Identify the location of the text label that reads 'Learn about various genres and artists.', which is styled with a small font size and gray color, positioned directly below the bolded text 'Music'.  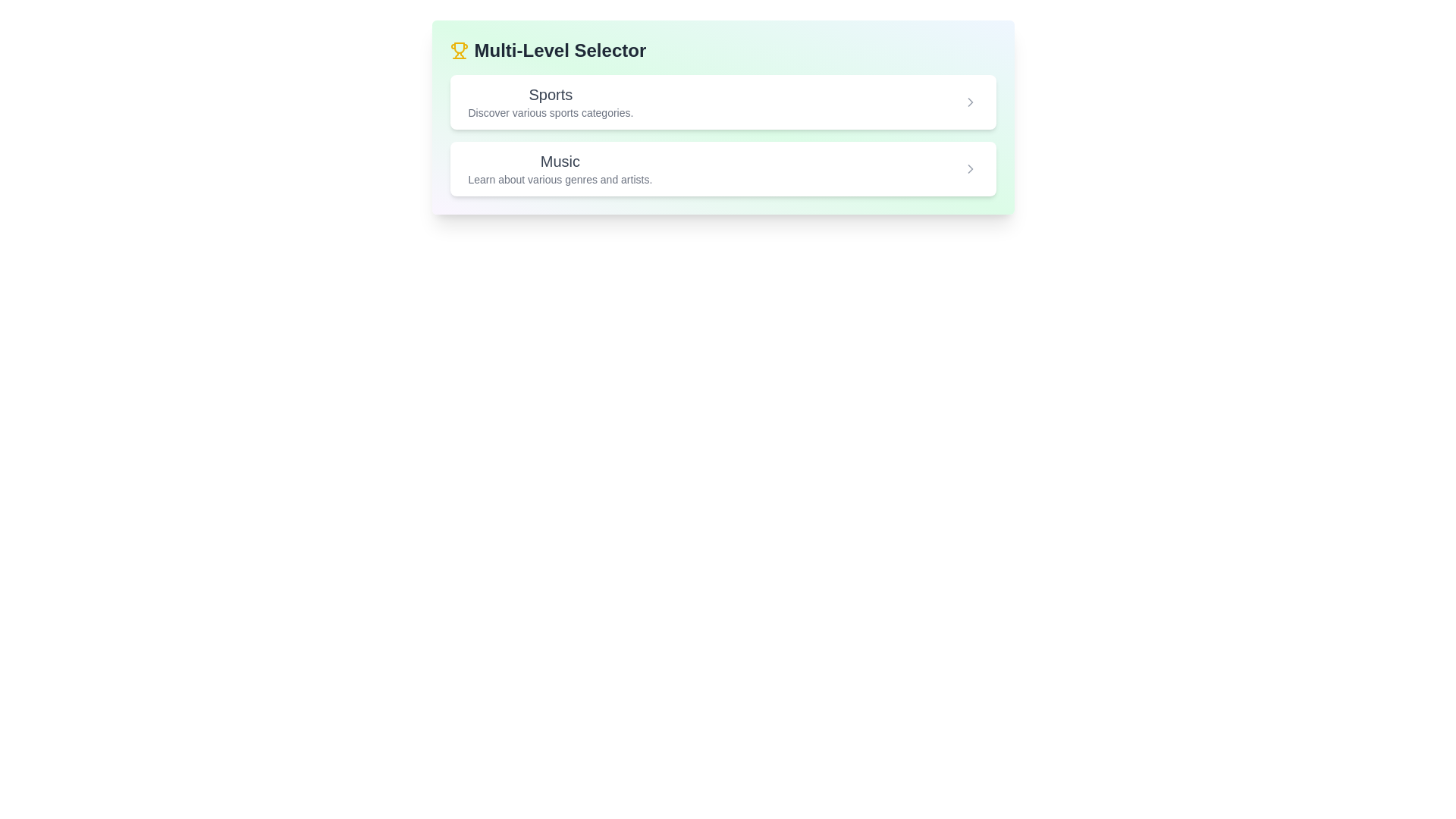
(559, 178).